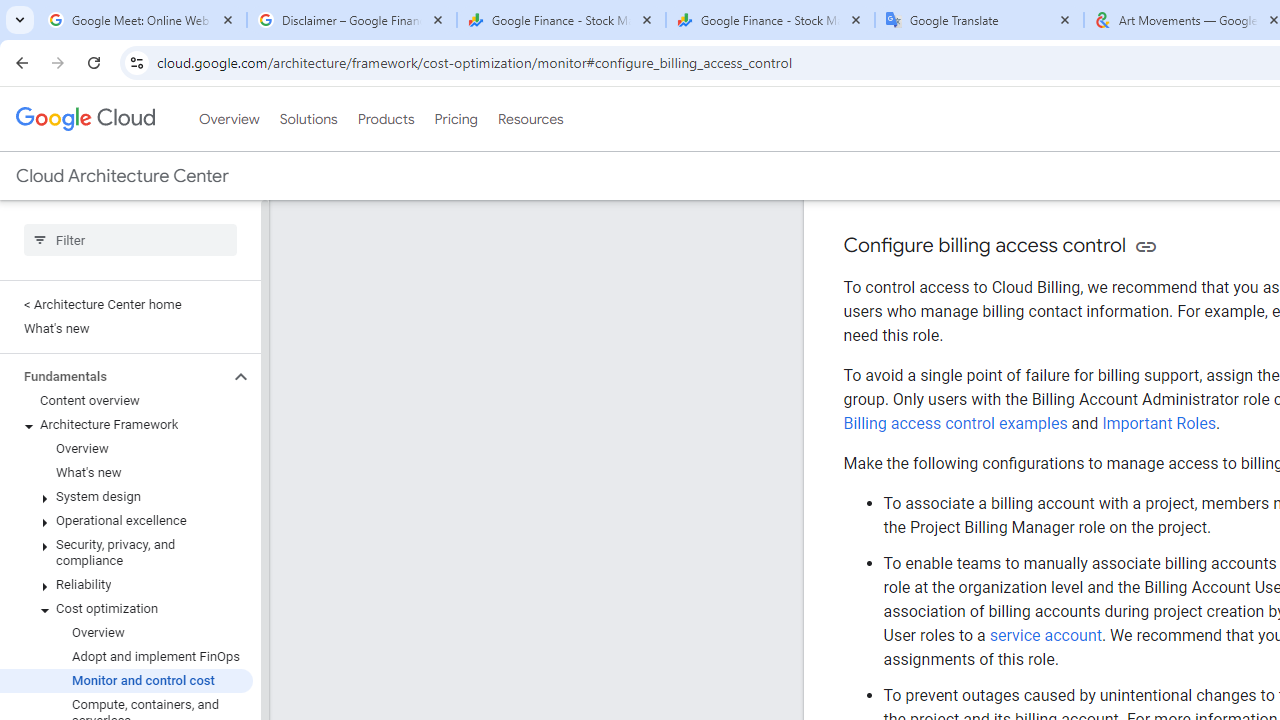 The width and height of the screenshot is (1280, 720). Describe the element at coordinates (125, 424) in the screenshot. I see `'Architecture Framework'` at that location.